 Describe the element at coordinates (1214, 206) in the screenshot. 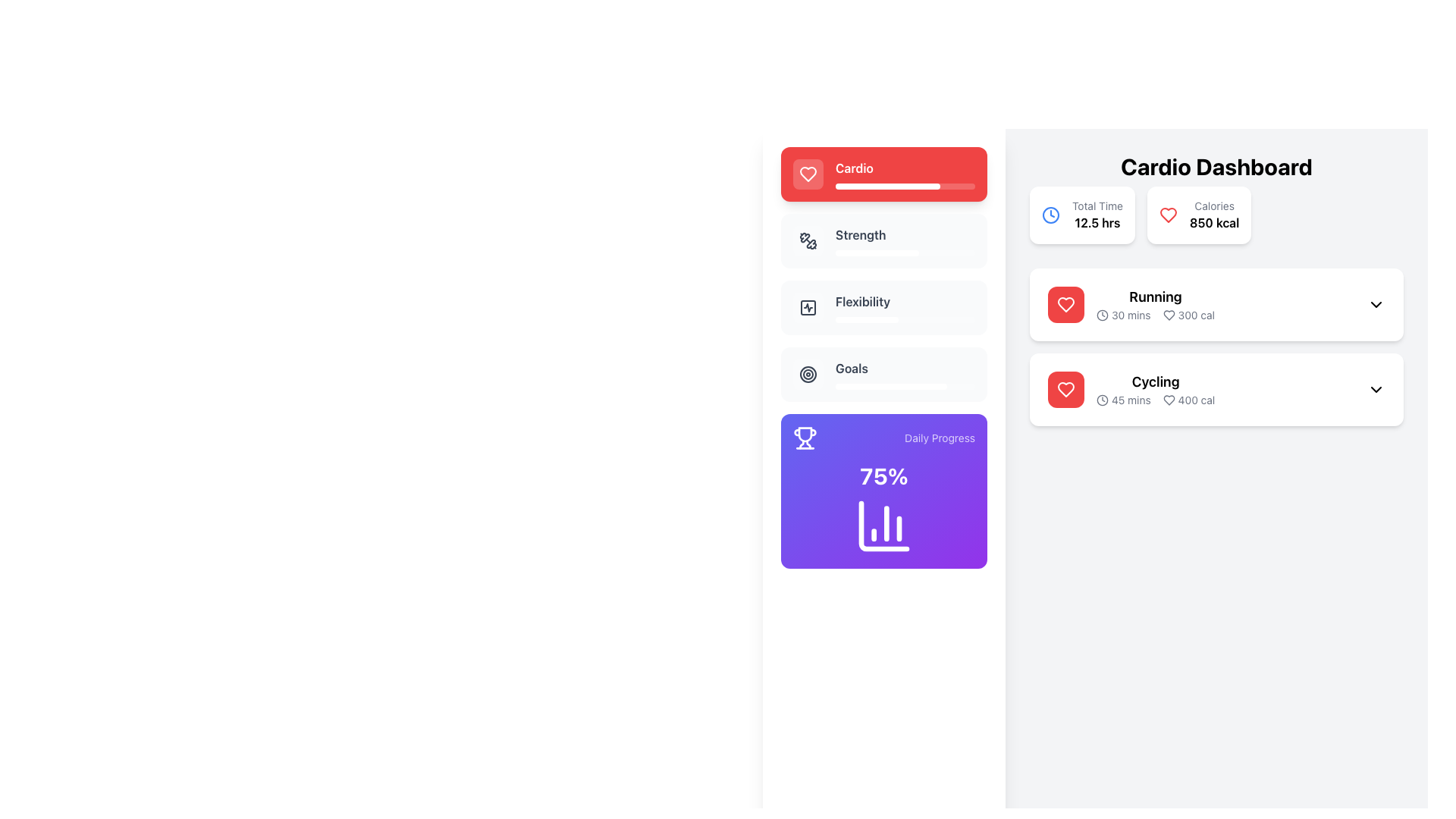

I see `the static text label that indicates '850 kcal', which describes the total calories burned in the Cardio Dashboard's header area, positioned beside the 'Total Time' statistic box` at that location.